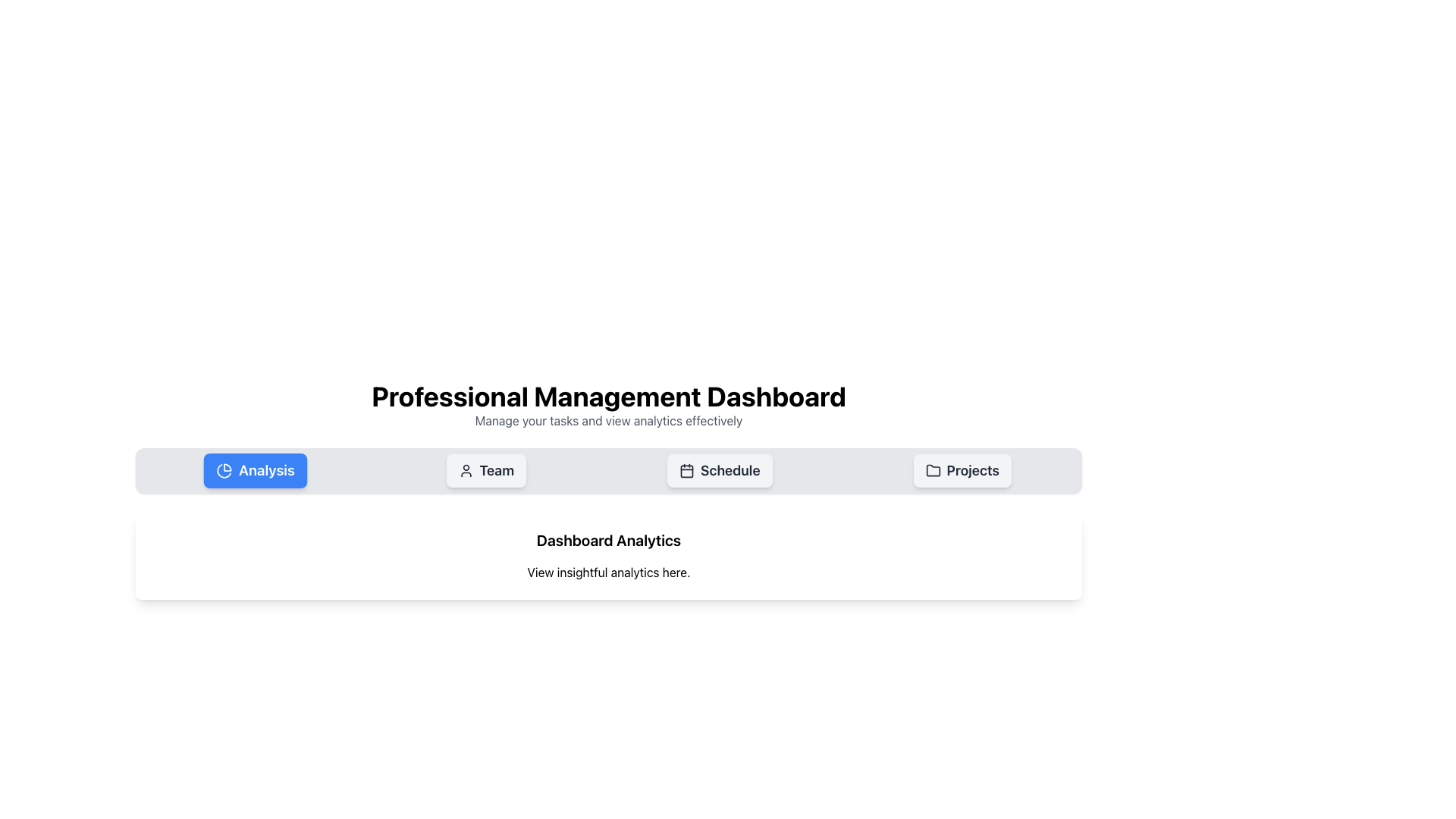 The height and width of the screenshot is (819, 1456). Describe the element at coordinates (932, 470) in the screenshot. I see `the folder icon representing the 'Projects' button located to the left of the text 'Projects' in the top-right section of the navigation bar` at that location.